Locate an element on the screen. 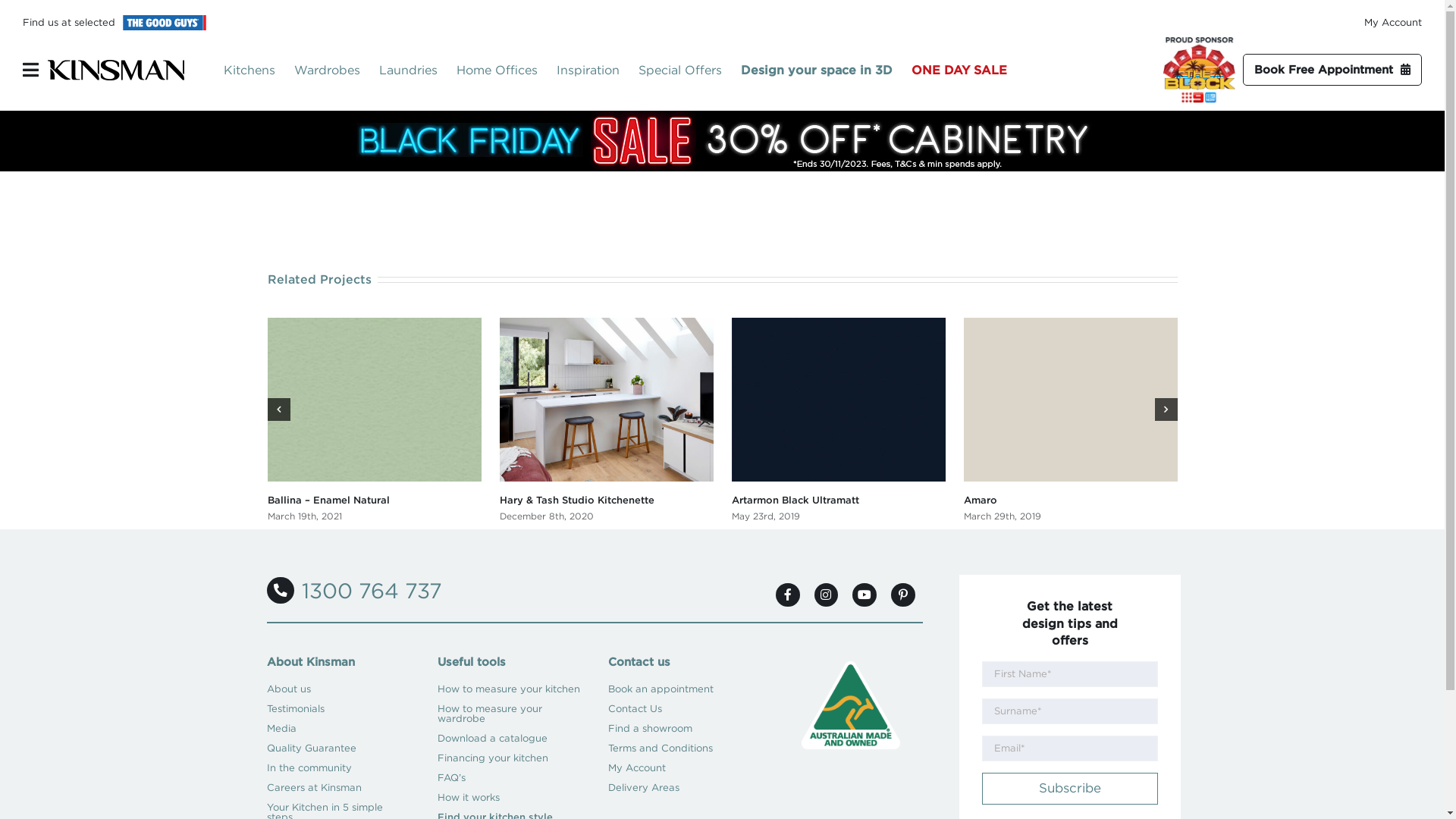  'Subscribe' is located at coordinates (1068, 788).